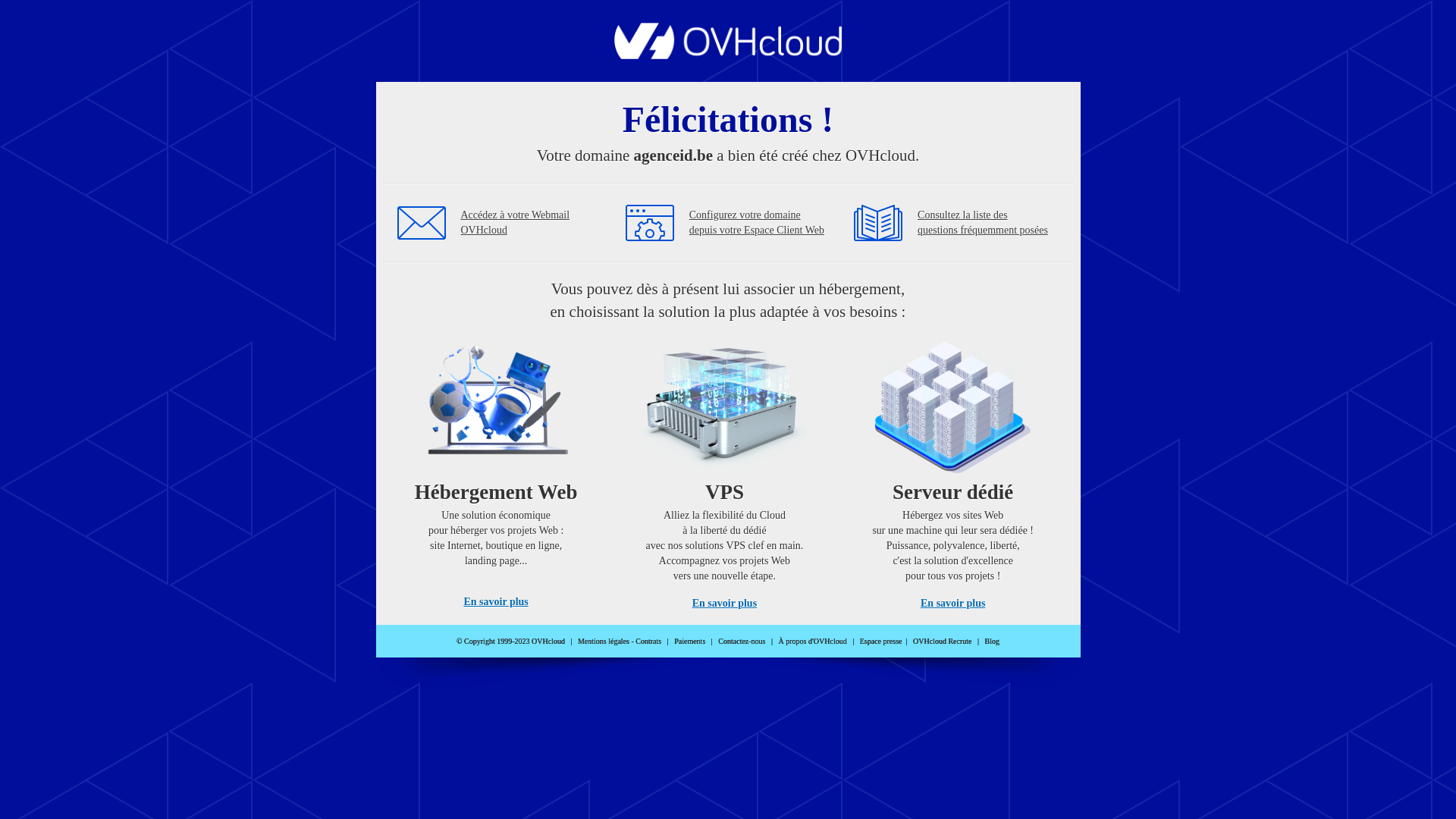 The width and height of the screenshot is (1456, 819). What do you see at coordinates (614, 54) in the screenshot?
I see `'OVHcloud'` at bounding box center [614, 54].